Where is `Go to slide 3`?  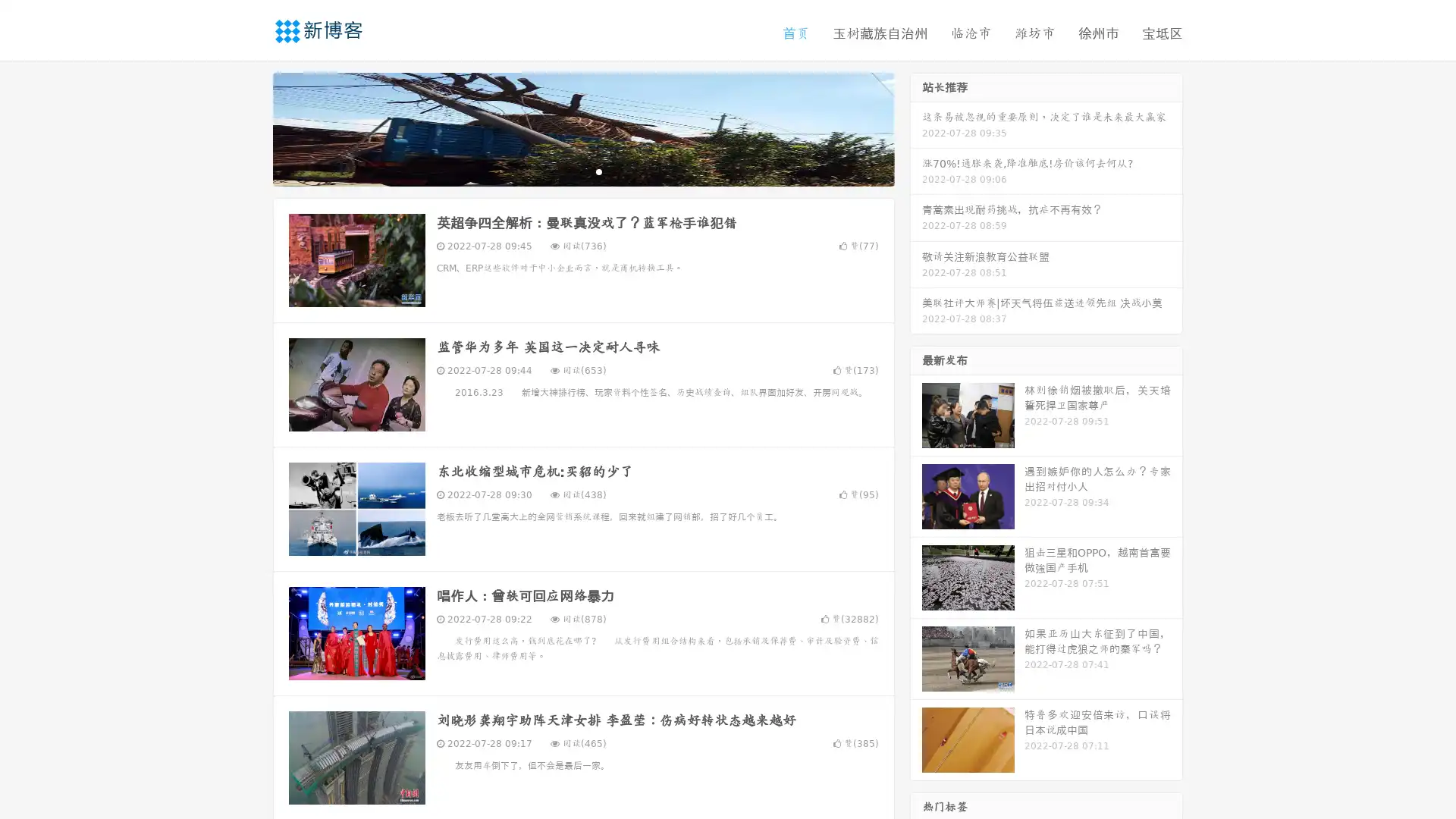 Go to slide 3 is located at coordinates (598, 171).